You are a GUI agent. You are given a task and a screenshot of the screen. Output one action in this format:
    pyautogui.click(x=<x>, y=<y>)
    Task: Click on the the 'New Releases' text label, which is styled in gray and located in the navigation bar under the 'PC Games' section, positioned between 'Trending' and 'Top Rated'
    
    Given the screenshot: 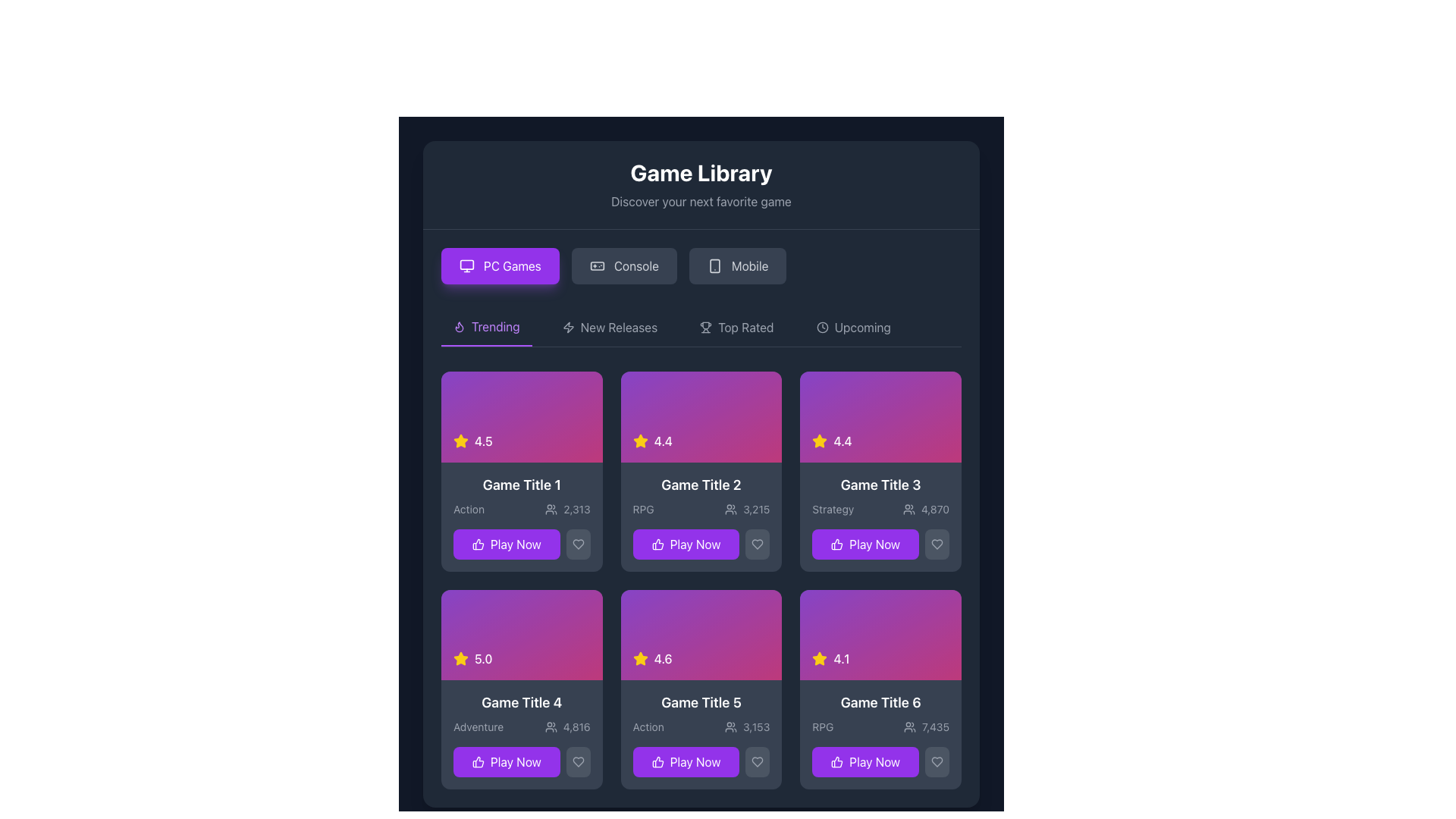 What is the action you would take?
    pyautogui.click(x=619, y=327)
    